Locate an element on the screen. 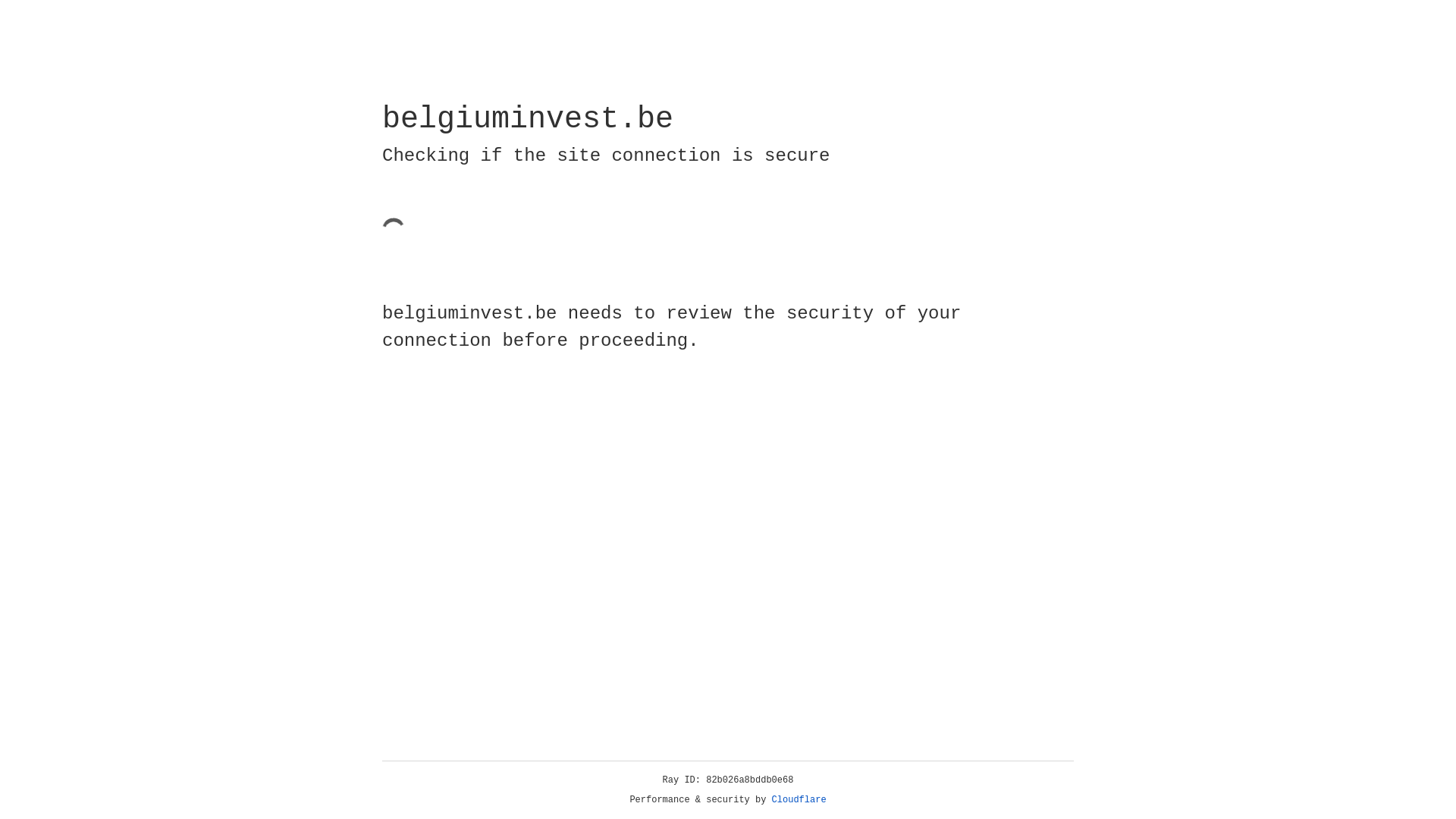  'Cloudflare' is located at coordinates (799, 799).